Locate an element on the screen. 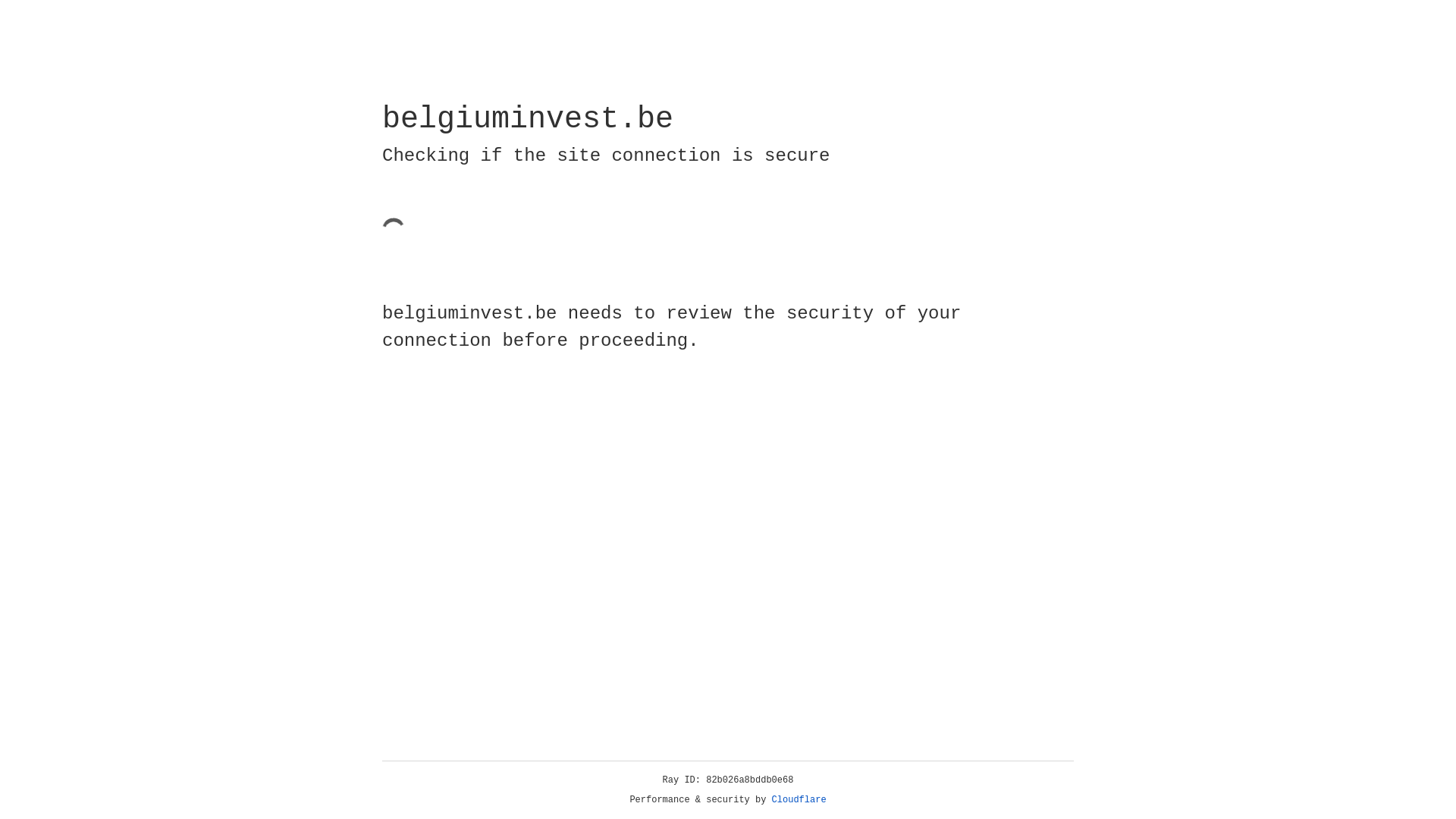  'Cloudflare' is located at coordinates (799, 799).